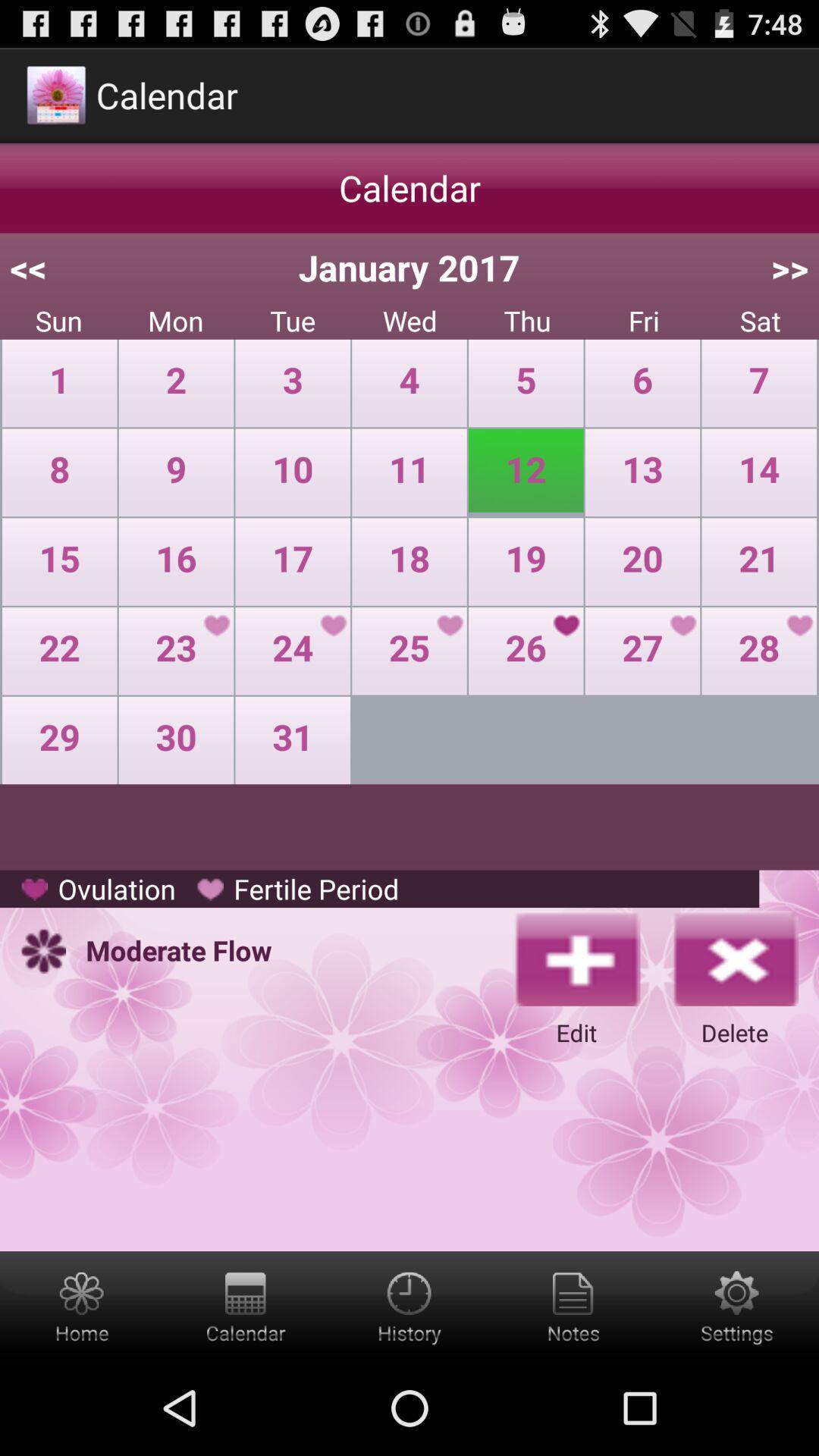 This screenshot has height=1456, width=819. Describe the element at coordinates (736, 1305) in the screenshot. I see `setting` at that location.